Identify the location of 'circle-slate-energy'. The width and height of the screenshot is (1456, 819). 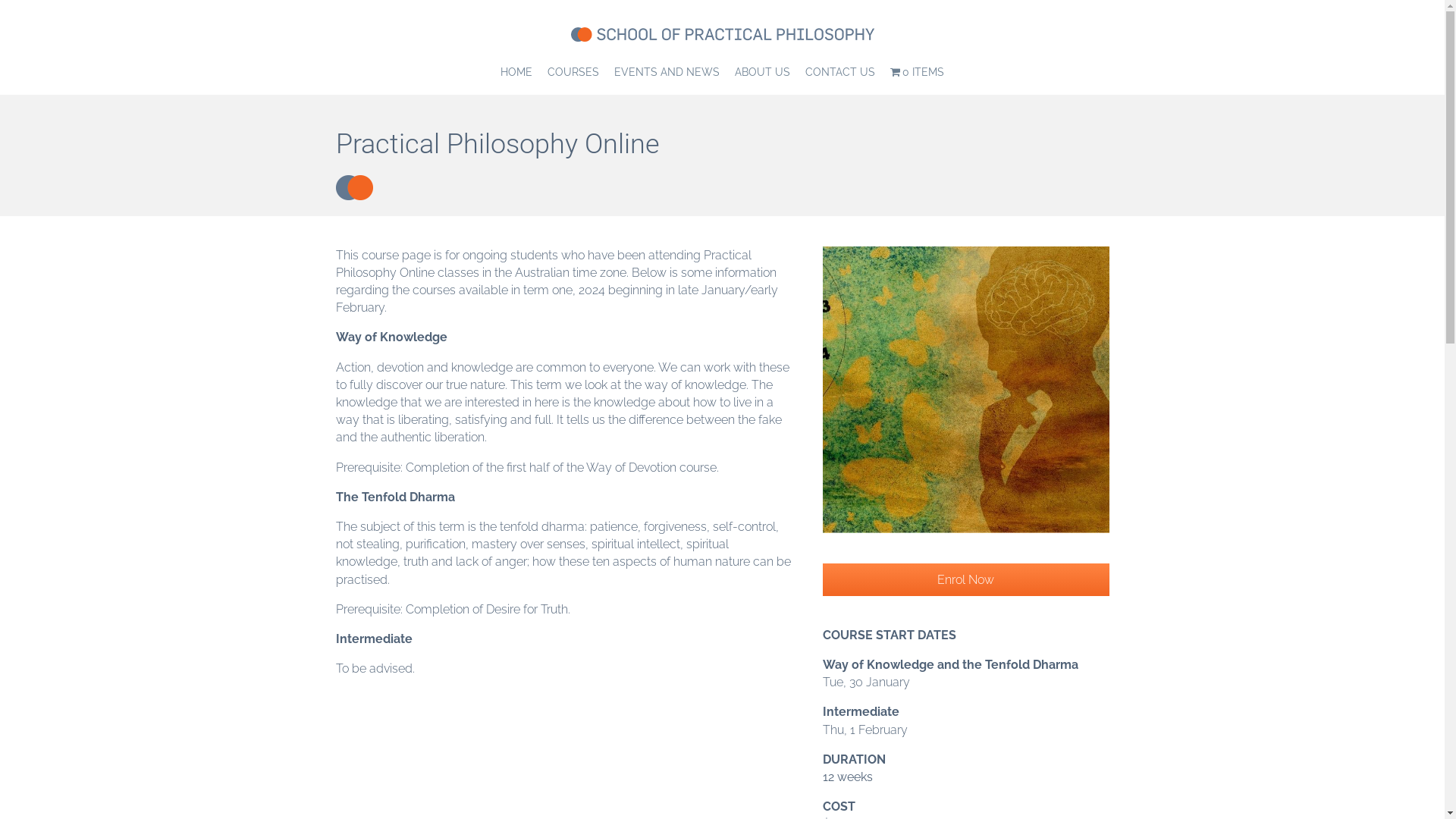
(334, 187).